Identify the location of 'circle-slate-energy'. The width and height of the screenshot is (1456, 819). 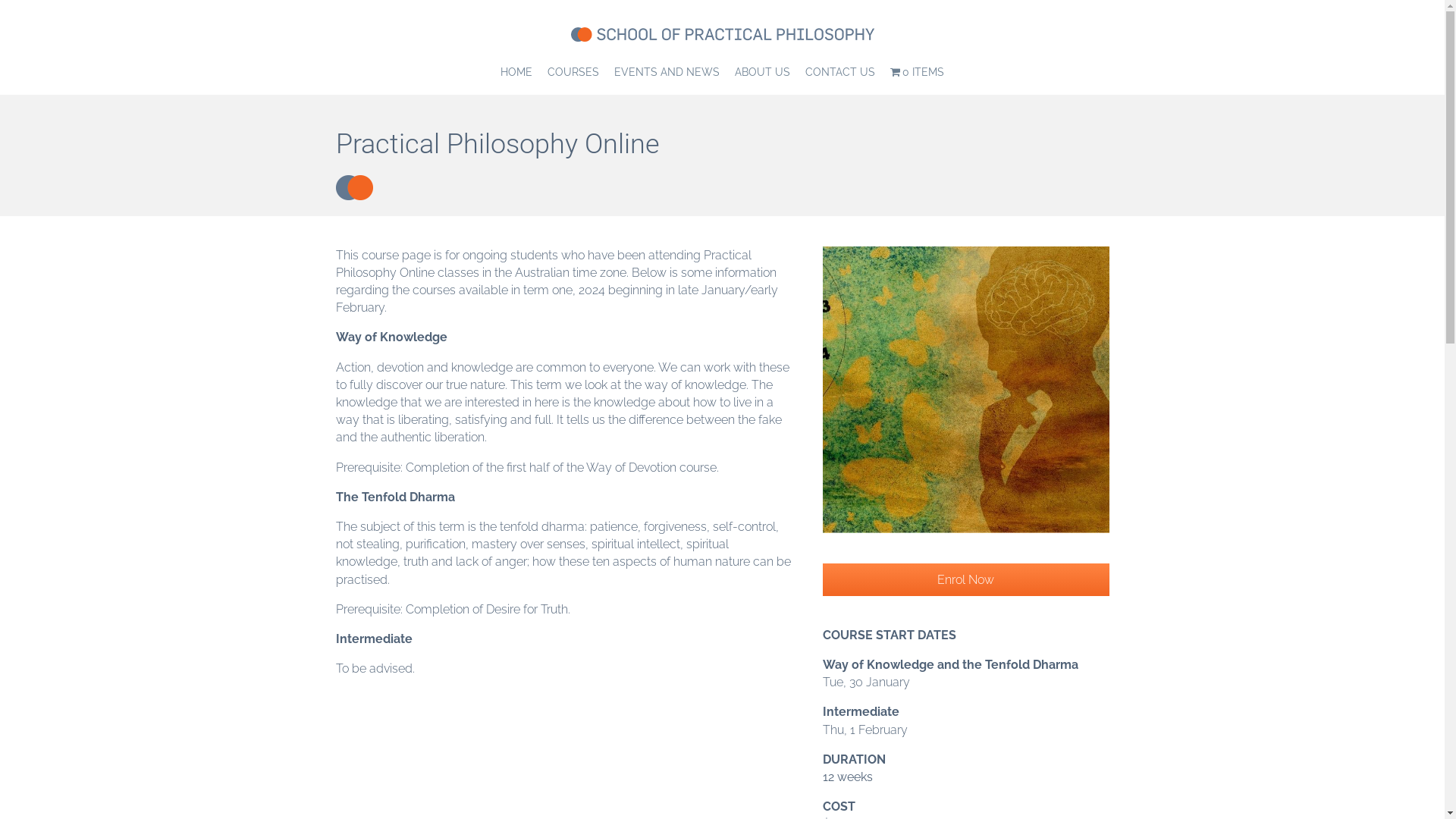
(334, 187).